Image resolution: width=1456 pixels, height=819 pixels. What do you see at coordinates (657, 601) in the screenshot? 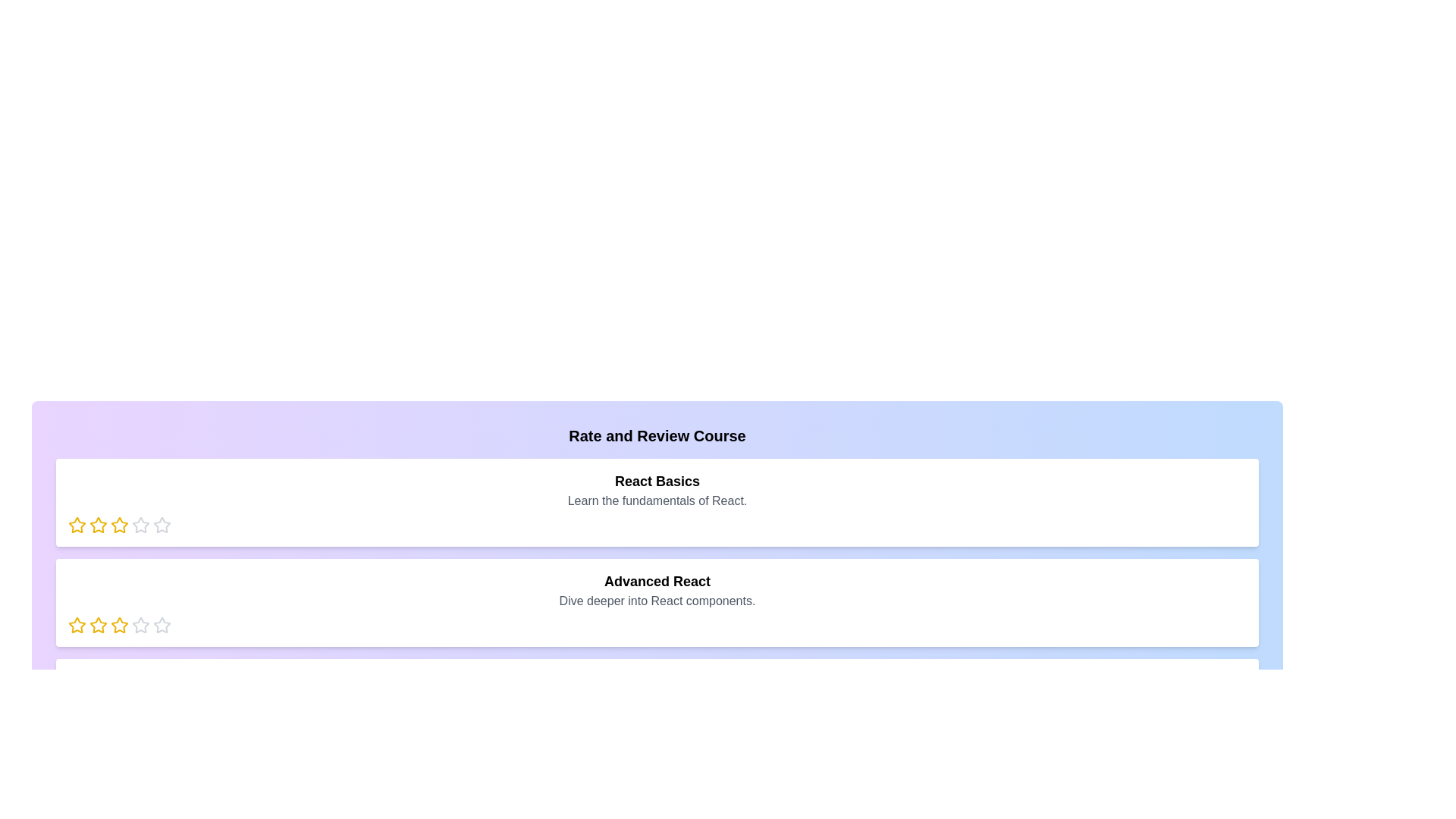
I see `the text label containing the phrase 'Dive deeper into React components.' which is styled in gray and positioned below the title 'Advanced React'` at bounding box center [657, 601].